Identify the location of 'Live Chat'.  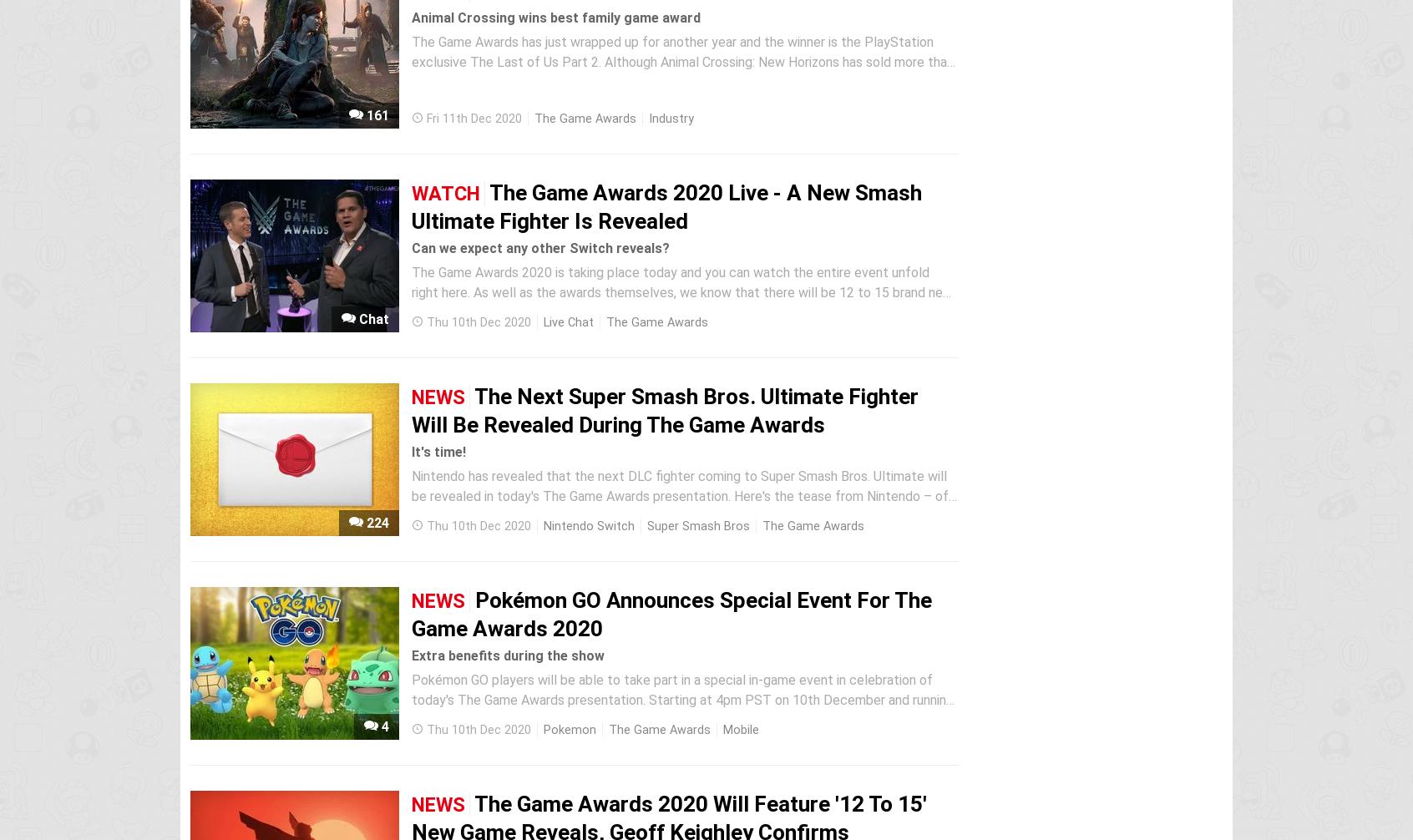
(544, 321).